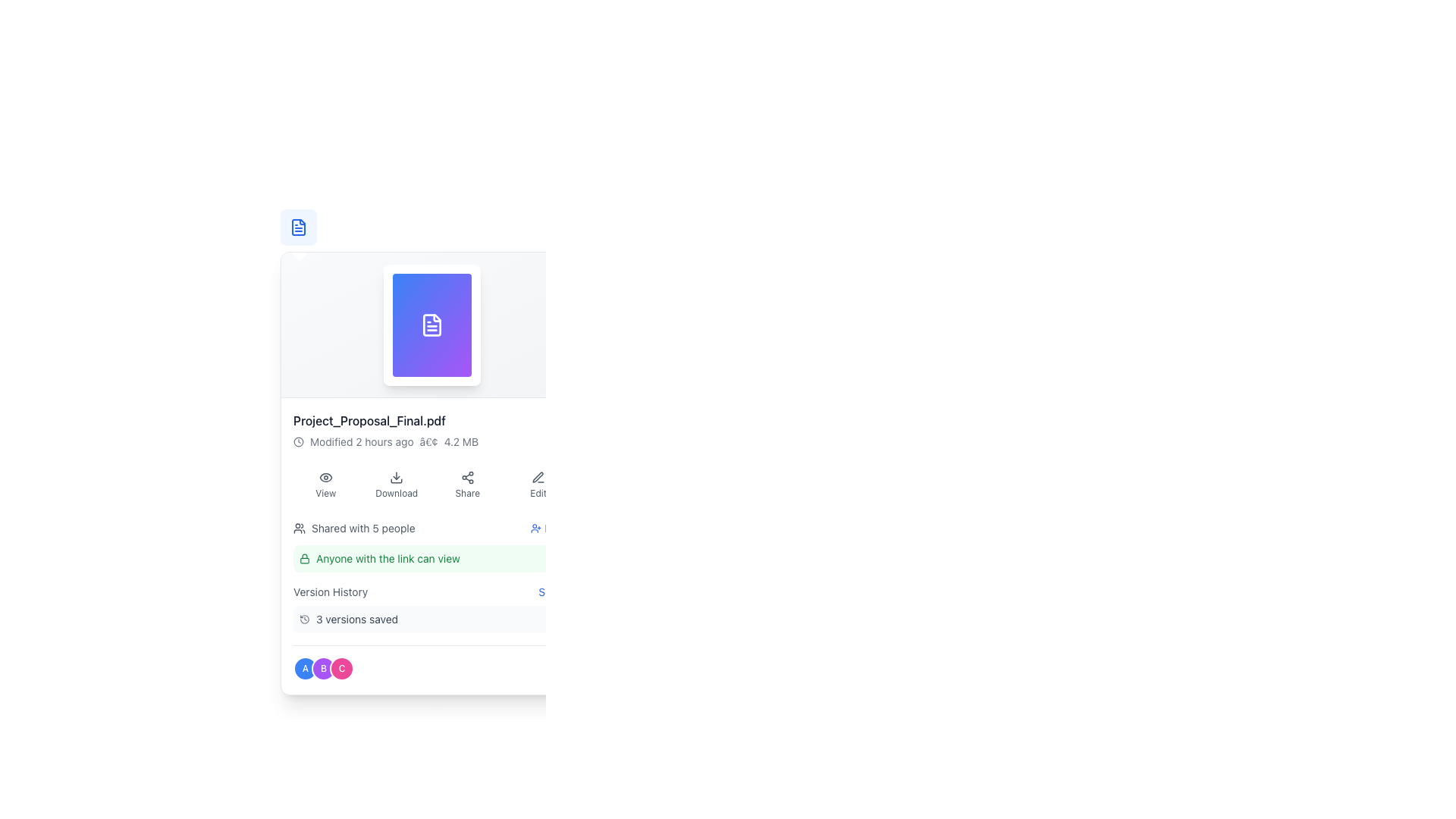  What do you see at coordinates (325, 485) in the screenshot?
I see `the 'View' button, which is the first button in a row of four buttons located below a document preview, featuring an eye icon above the text 'View'` at bounding box center [325, 485].